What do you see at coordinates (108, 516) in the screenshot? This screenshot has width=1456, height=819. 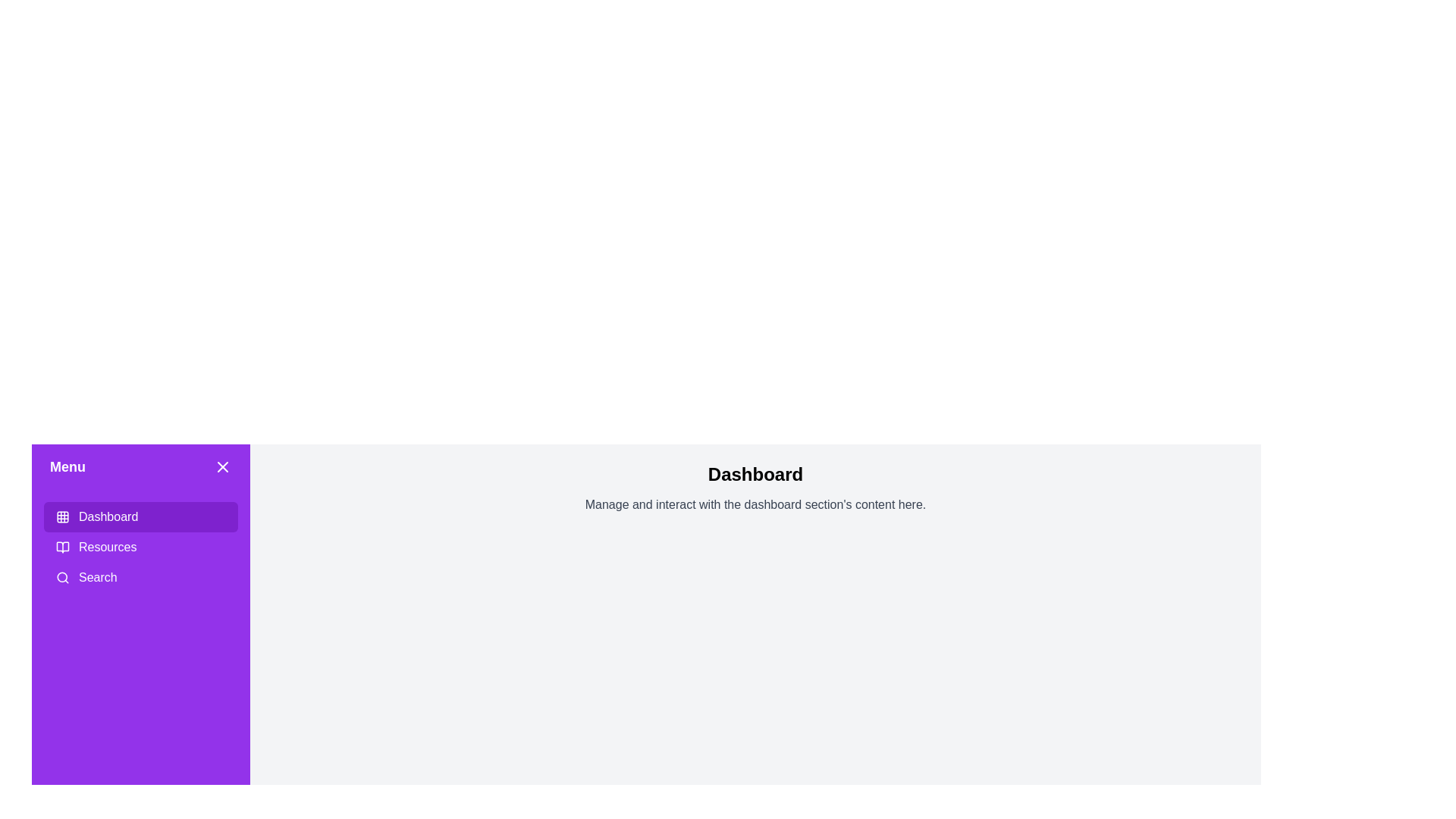 I see `the 'Dashboard' text label located next to the grid icon in the first navigation item of the left menu` at bounding box center [108, 516].